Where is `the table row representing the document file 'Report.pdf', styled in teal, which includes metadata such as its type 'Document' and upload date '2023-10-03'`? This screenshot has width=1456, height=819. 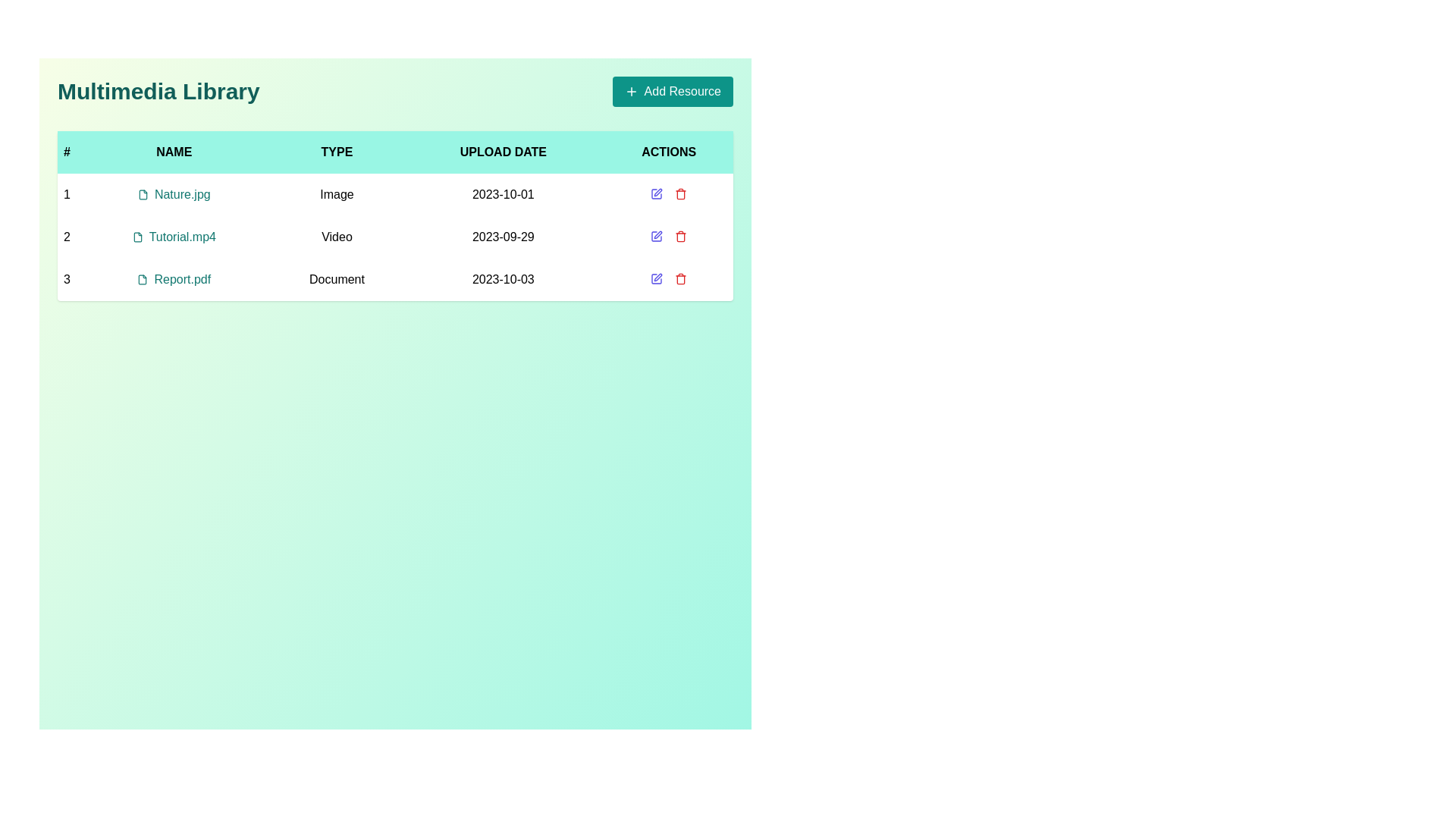
the table row representing the document file 'Report.pdf', styled in teal, which includes metadata such as its type 'Document' and upload date '2023-10-03' is located at coordinates (395, 280).